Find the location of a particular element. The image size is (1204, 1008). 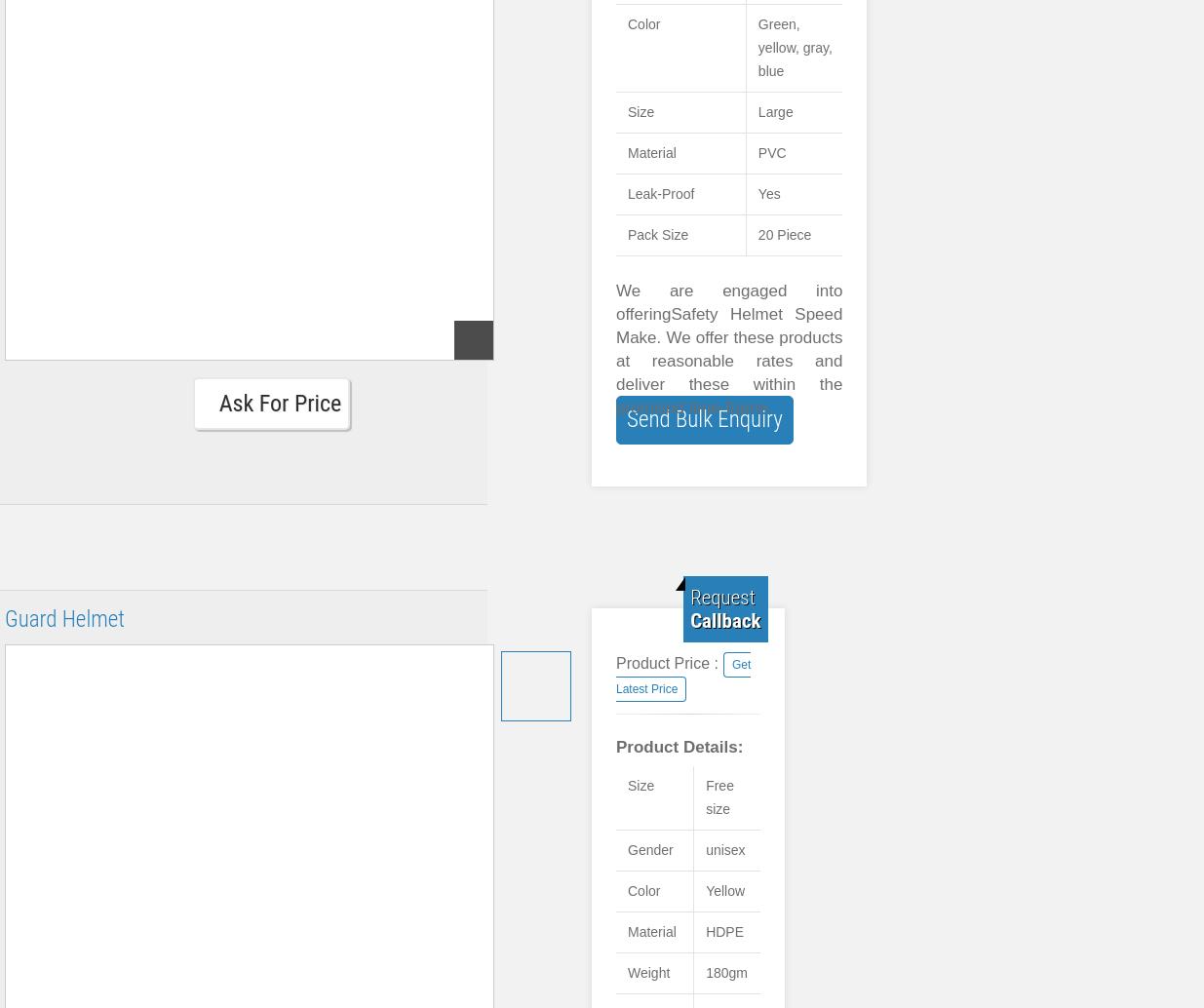

'Product Price :' is located at coordinates (666, 663).